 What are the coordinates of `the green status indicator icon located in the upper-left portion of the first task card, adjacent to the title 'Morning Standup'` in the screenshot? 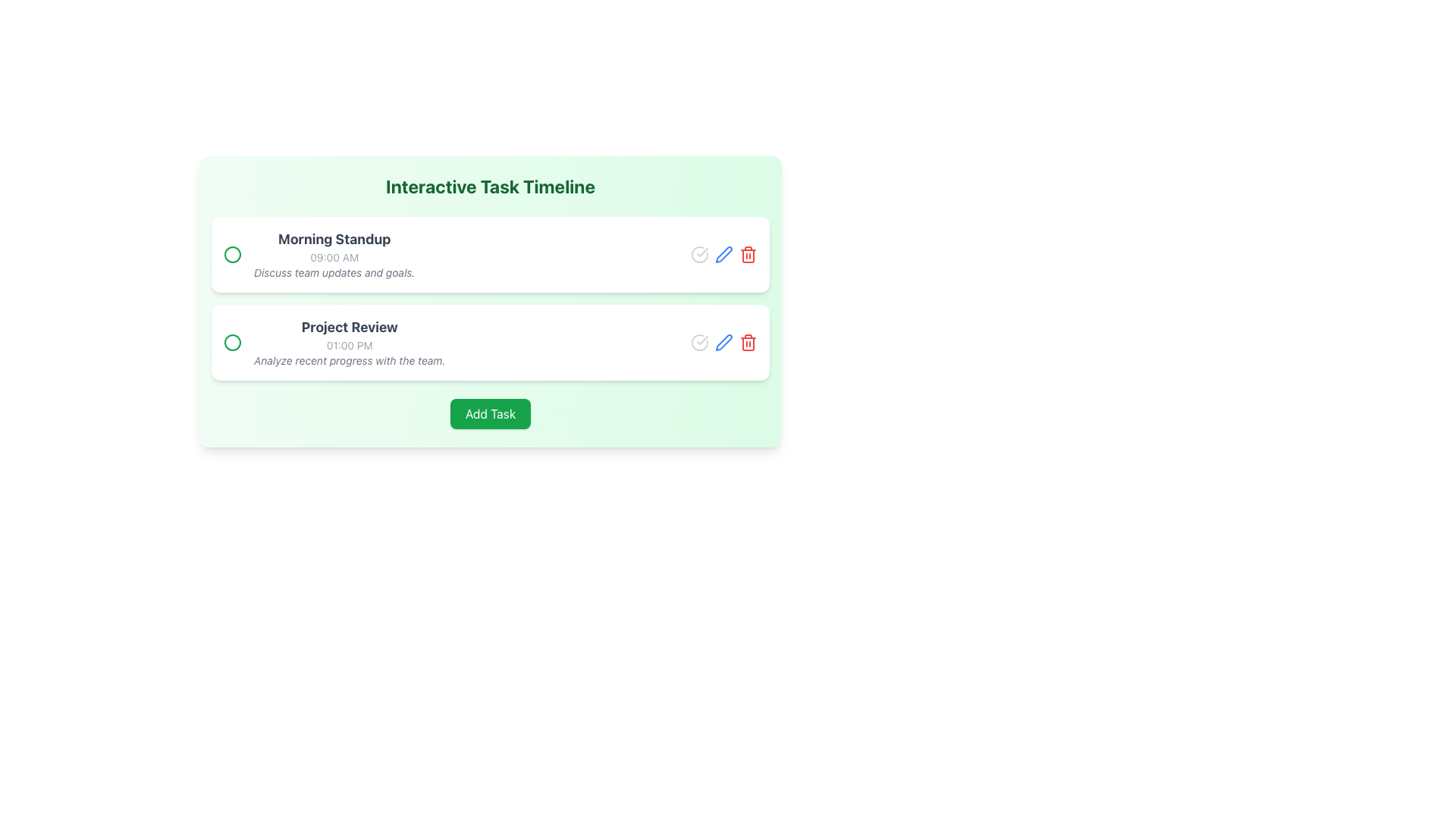 It's located at (232, 253).